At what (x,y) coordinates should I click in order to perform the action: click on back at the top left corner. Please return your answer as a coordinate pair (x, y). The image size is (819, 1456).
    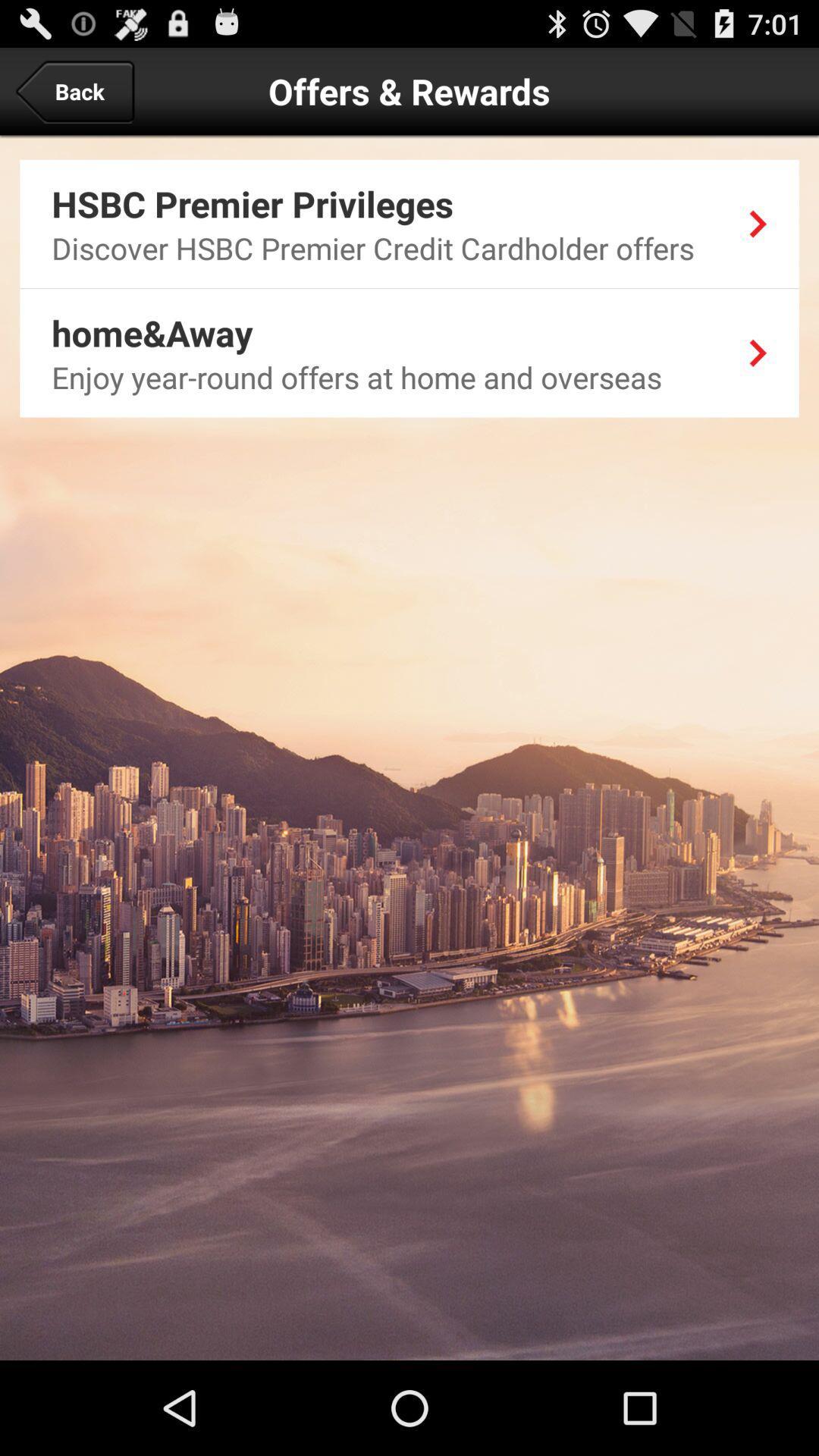
    Looking at the image, I should click on (74, 90).